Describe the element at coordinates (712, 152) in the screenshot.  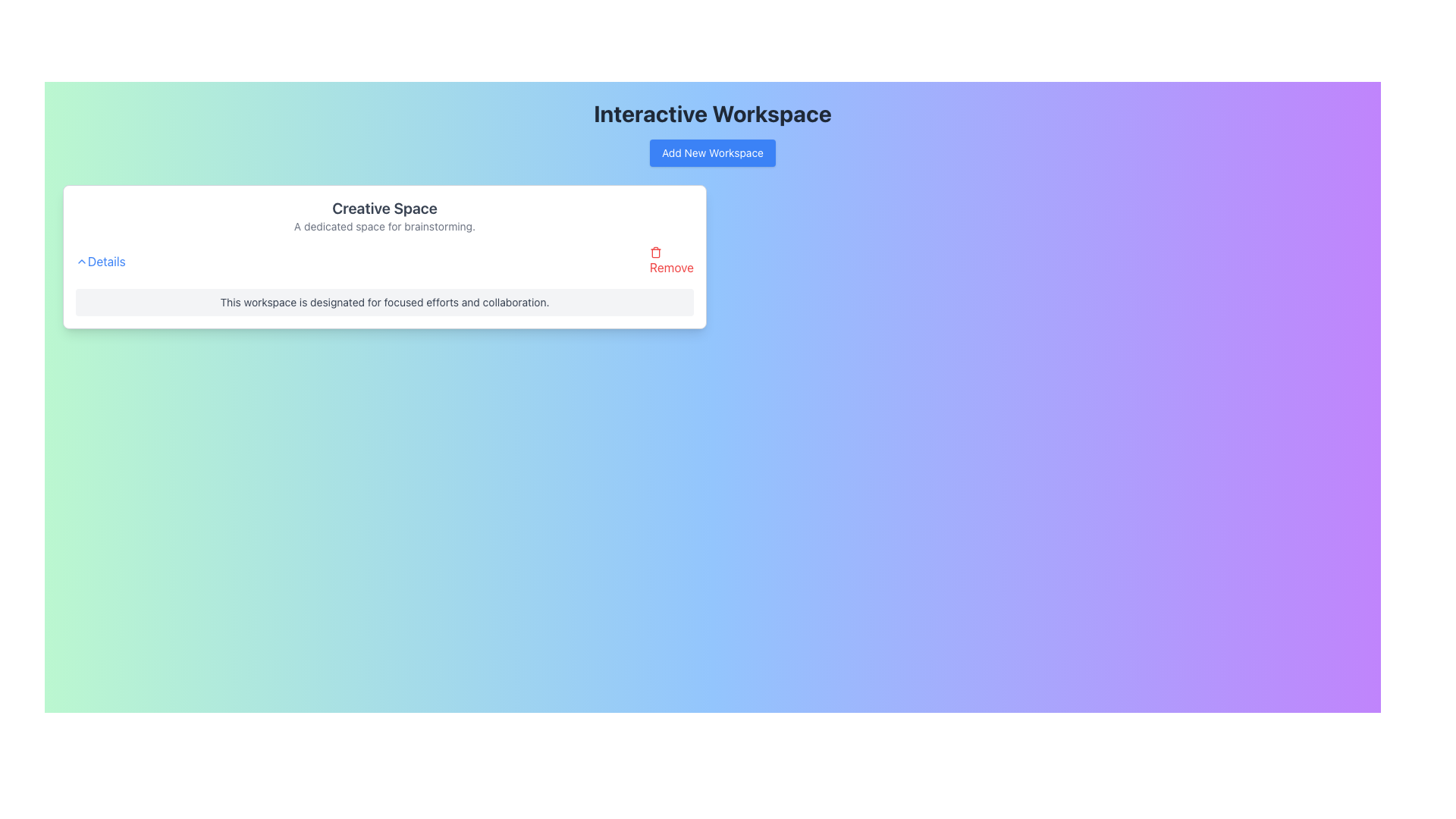
I see `the 'Add New Workspace' button with a blue background and white text` at that location.